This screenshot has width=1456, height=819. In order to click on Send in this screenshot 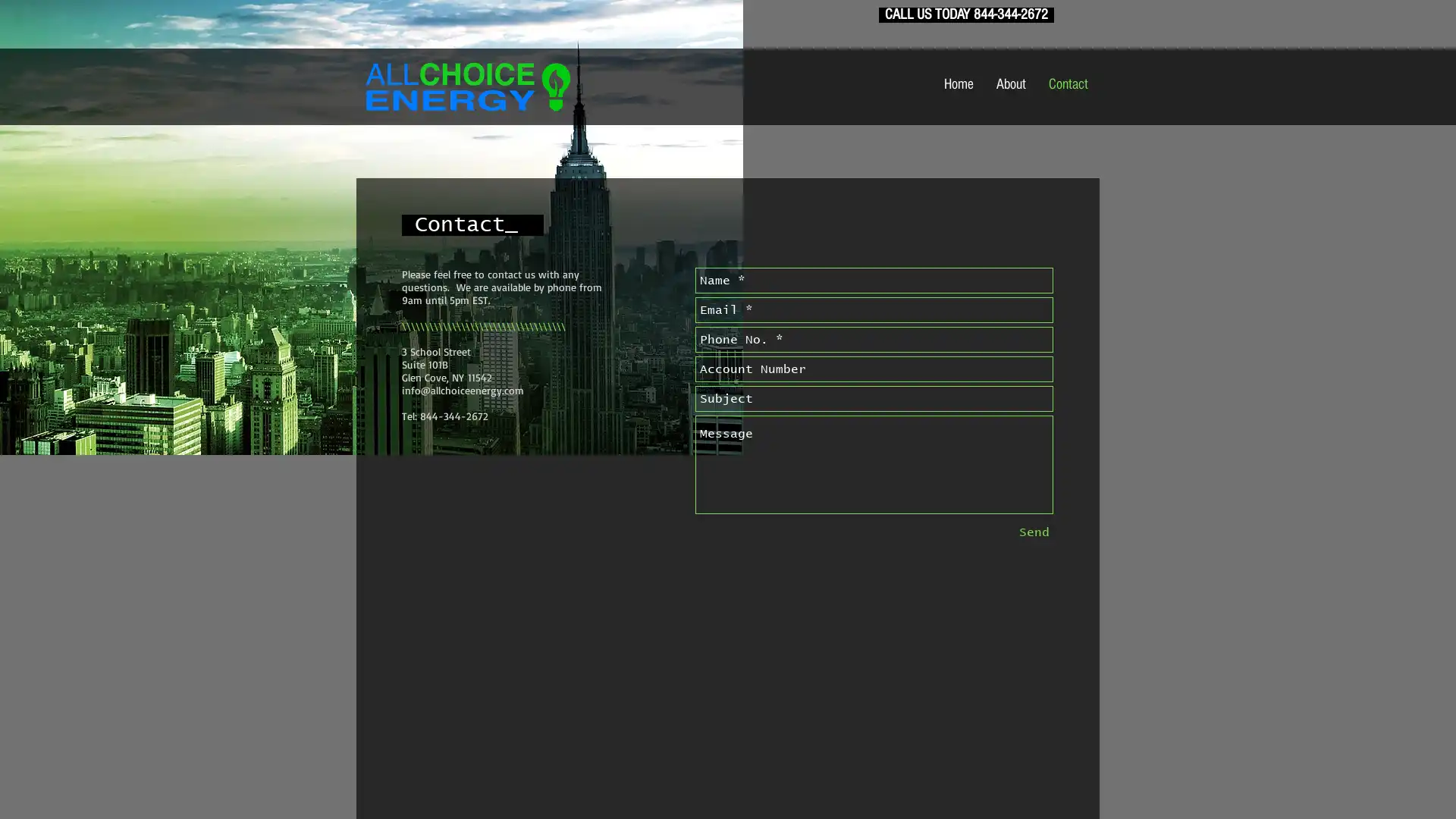, I will do `click(1033, 532)`.